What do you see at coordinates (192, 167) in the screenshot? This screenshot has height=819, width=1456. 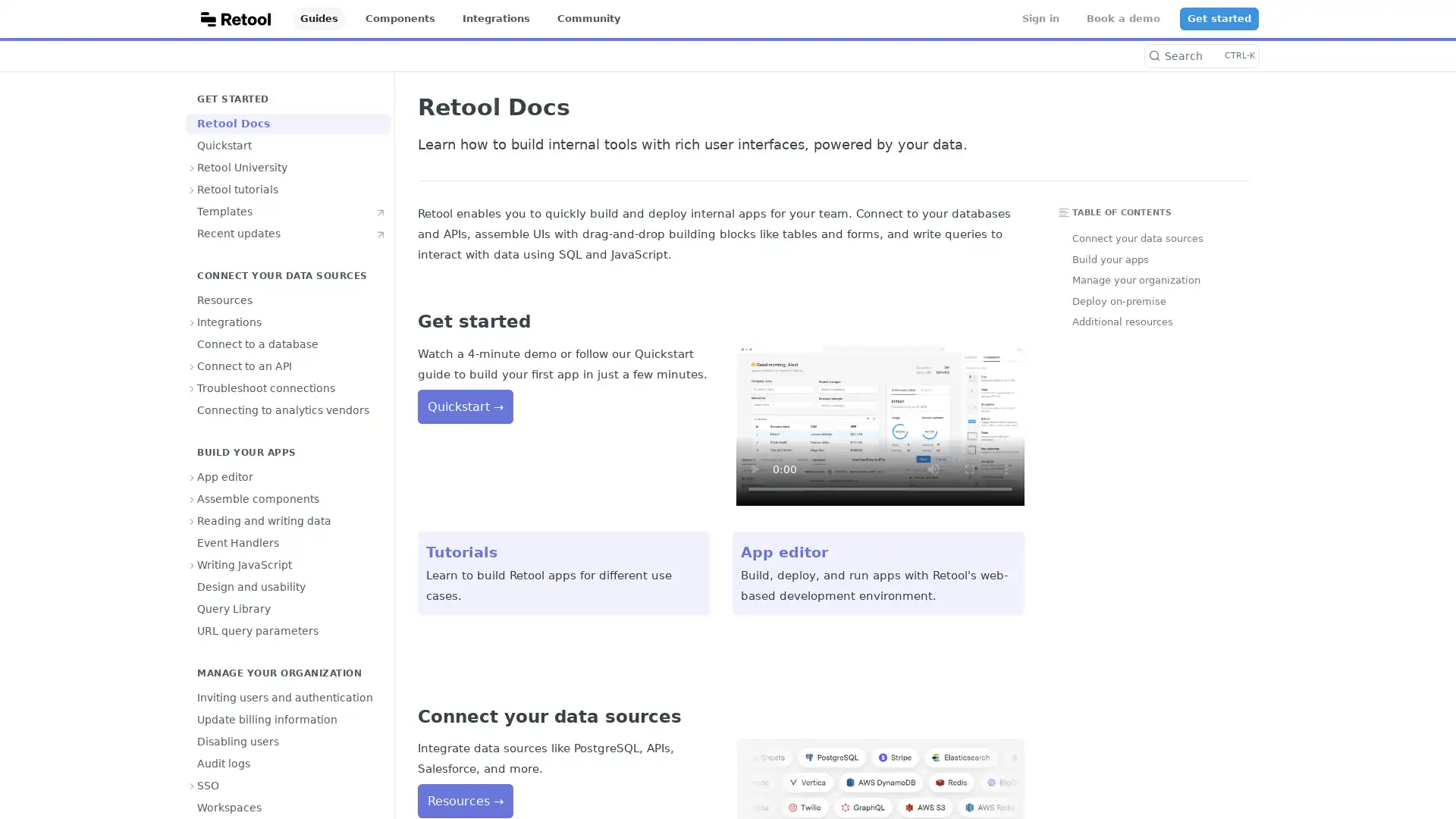 I see `Show subpages for Retool University` at bounding box center [192, 167].